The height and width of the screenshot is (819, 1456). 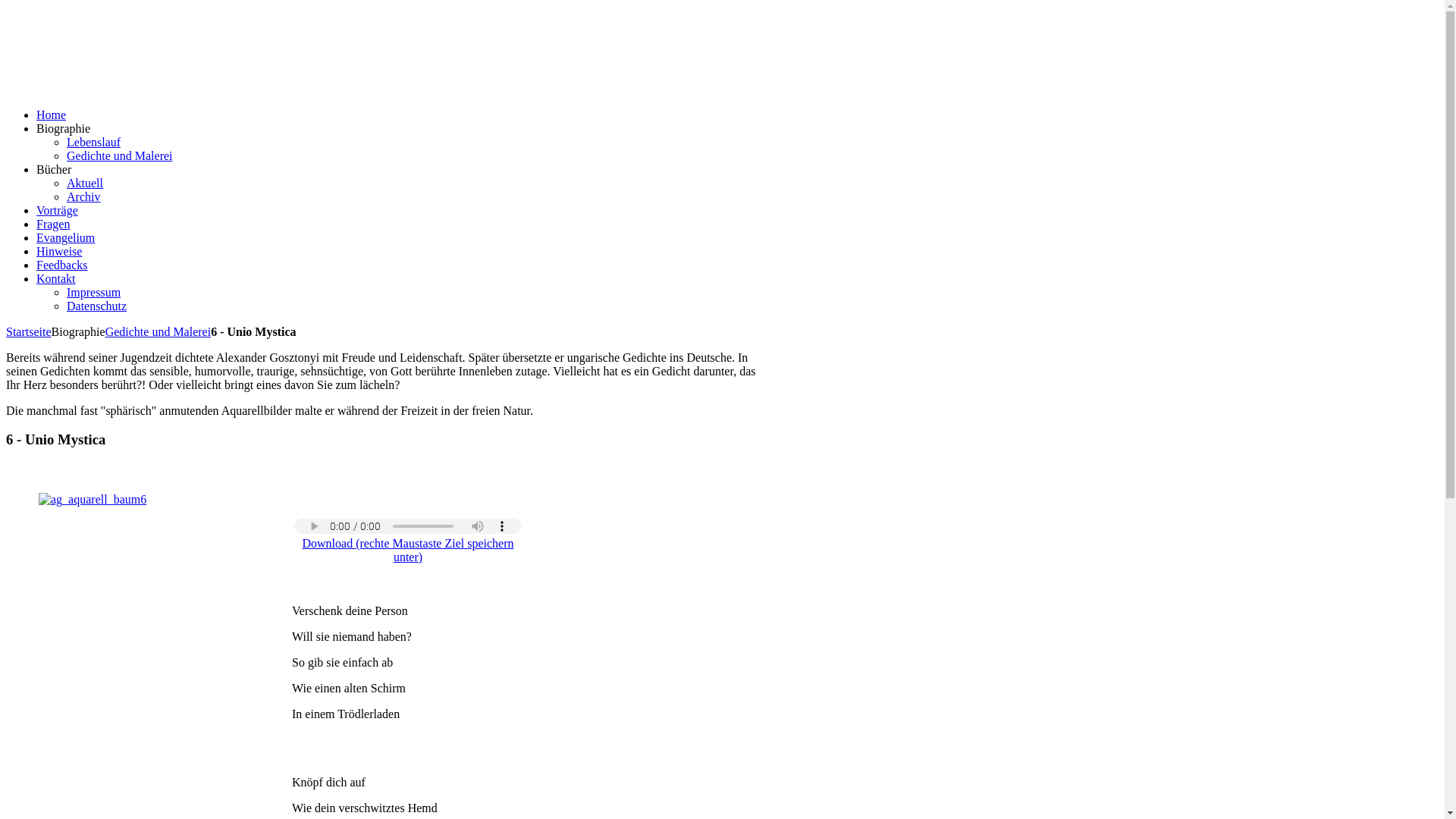 I want to click on 'Startseite', so click(x=29, y=331).